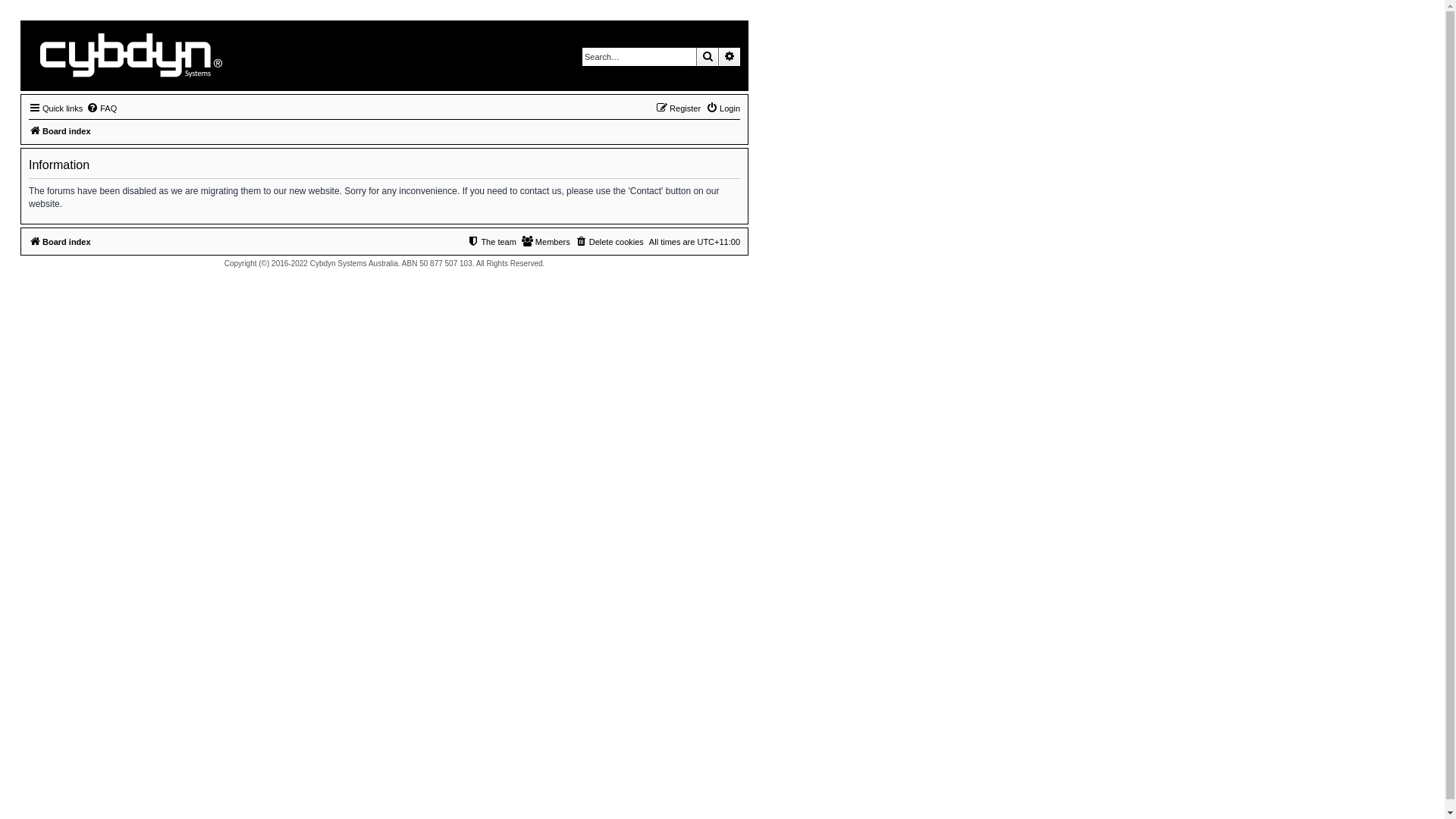 This screenshot has height=819, width=1456. I want to click on 'Advanced search', so click(729, 55).